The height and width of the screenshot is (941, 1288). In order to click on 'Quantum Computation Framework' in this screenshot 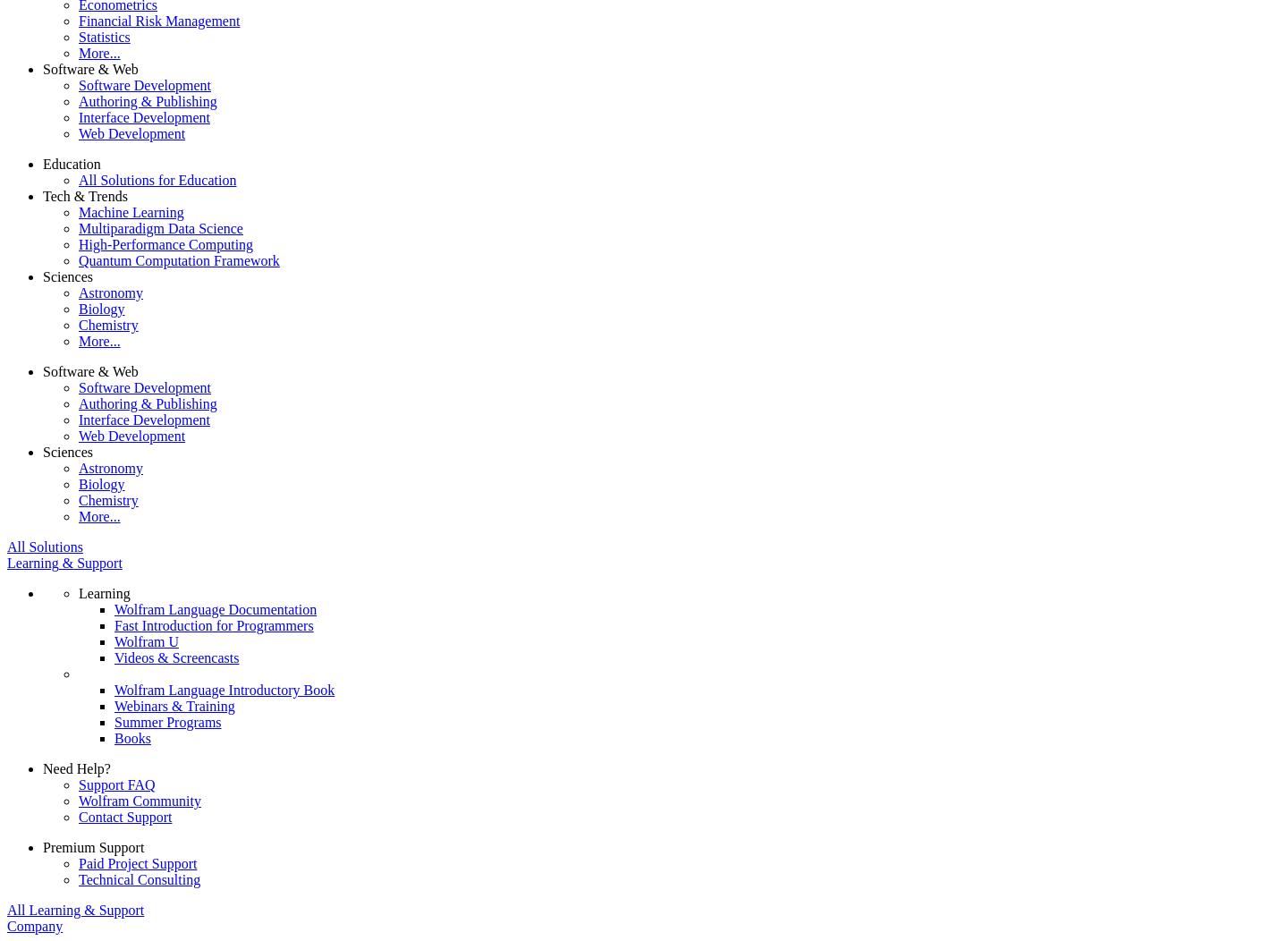, I will do `click(179, 259)`.